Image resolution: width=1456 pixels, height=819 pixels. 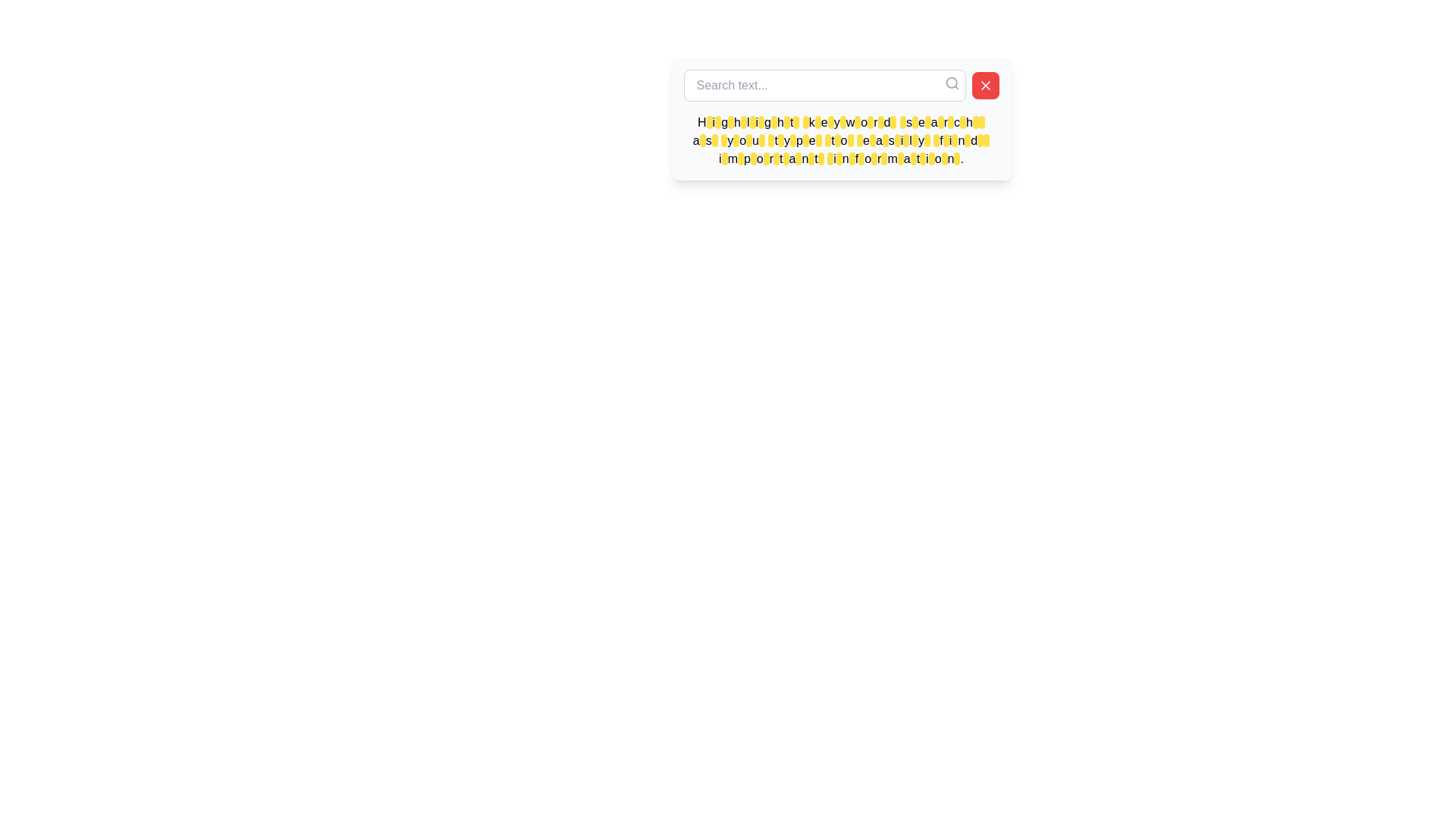 What do you see at coordinates (820, 158) in the screenshot?
I see `the Text Highlight element that emphasizes the keyword in the phrase 'Highlight keyword search as you type to easily find important information.'` at bounding box center [820, 158].